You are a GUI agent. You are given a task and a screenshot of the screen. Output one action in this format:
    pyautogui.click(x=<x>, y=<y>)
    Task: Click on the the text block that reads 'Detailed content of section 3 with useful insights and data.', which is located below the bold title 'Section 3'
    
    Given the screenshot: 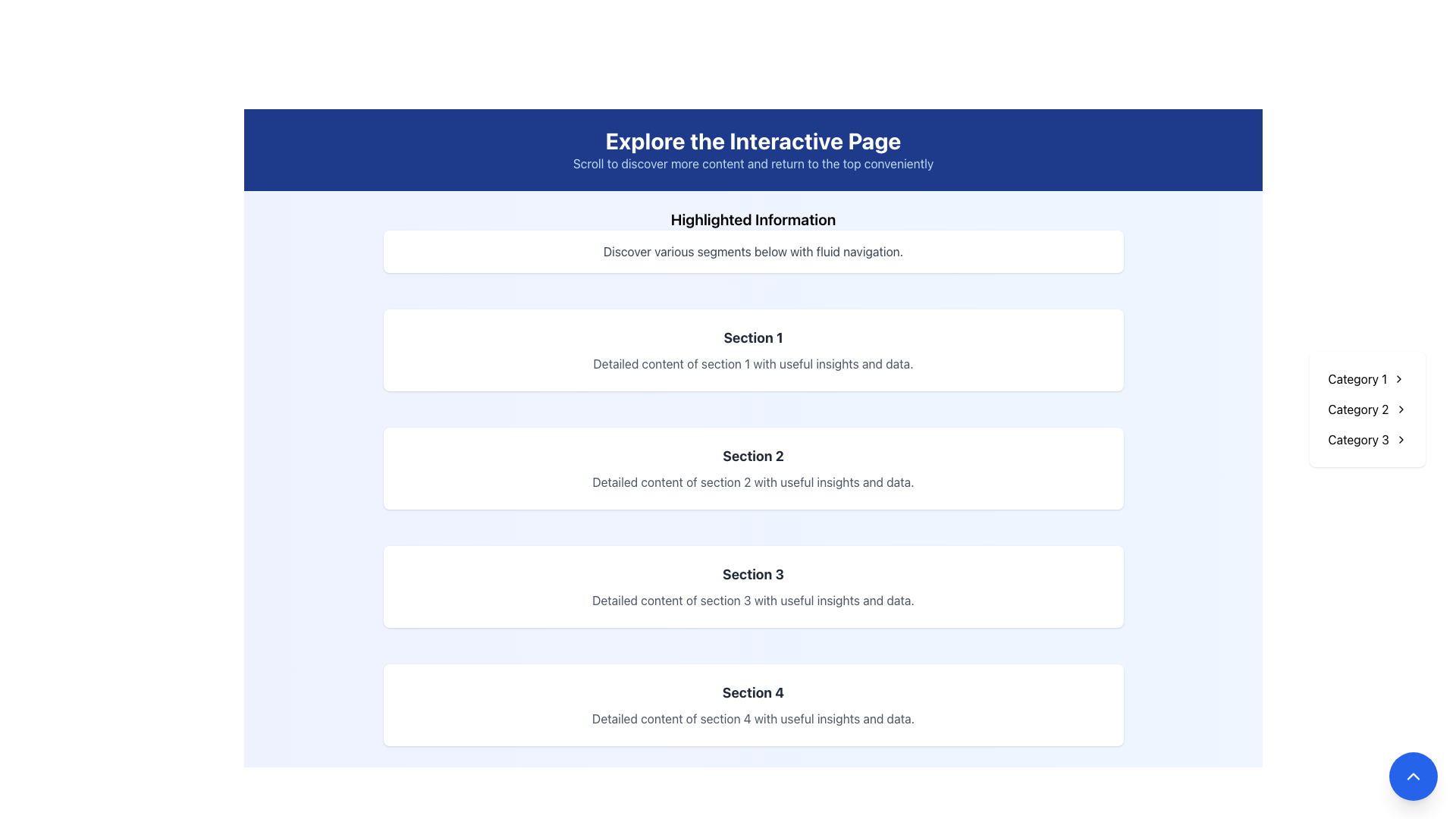 What is the action you would take?
    pyautogui.click(x=753, y=599)
    